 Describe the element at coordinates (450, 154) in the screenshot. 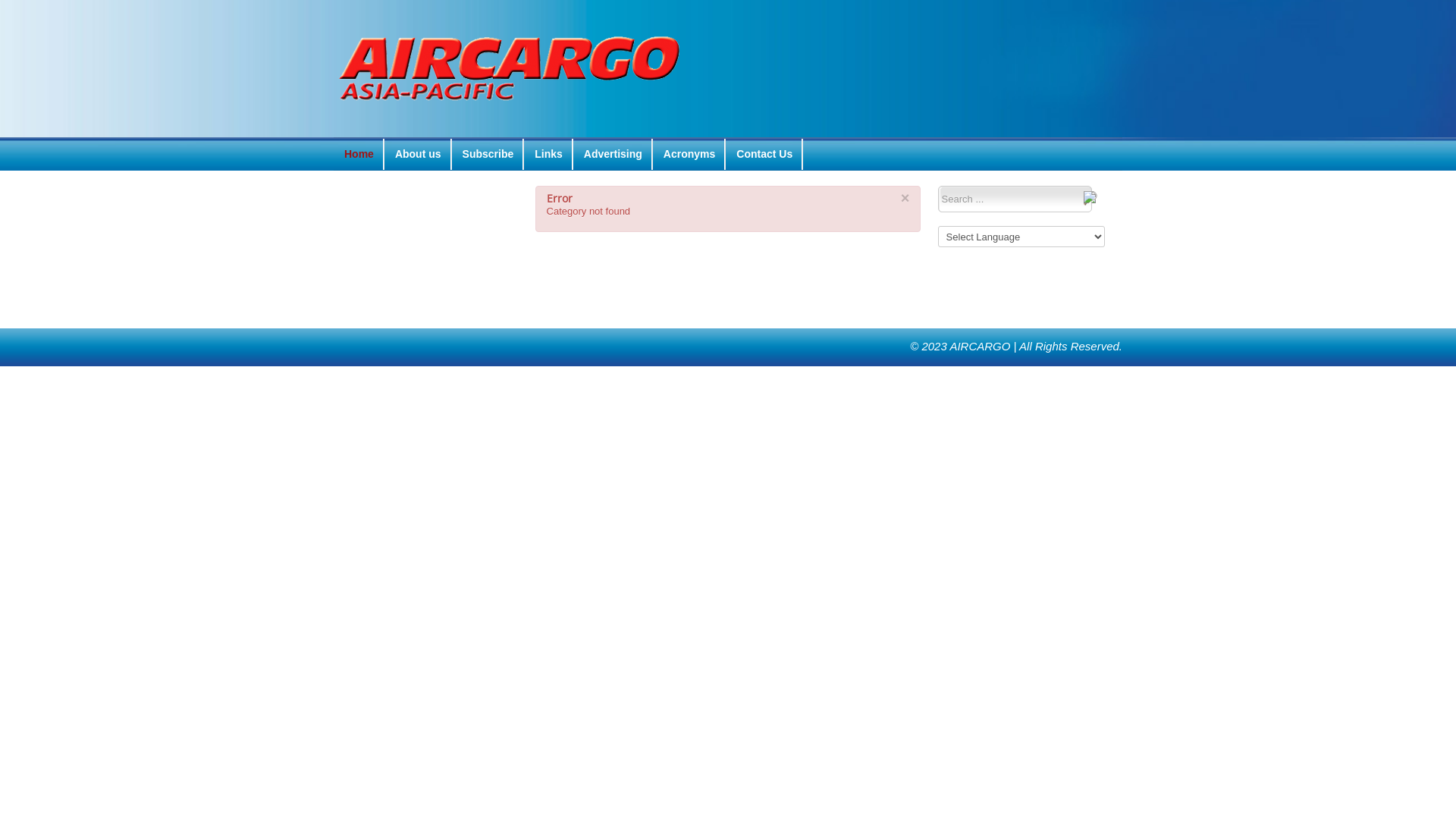

I see `'Subscribe'` at that location.